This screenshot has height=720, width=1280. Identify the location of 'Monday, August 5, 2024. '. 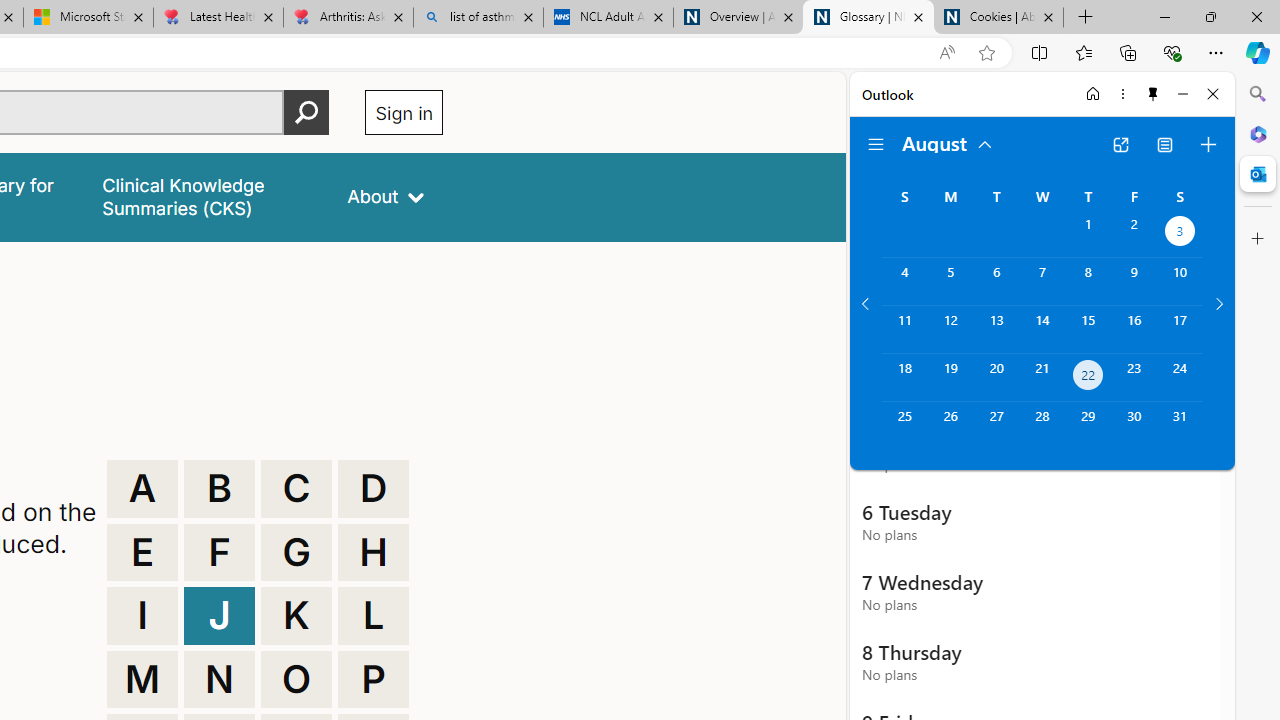
(949, 281).